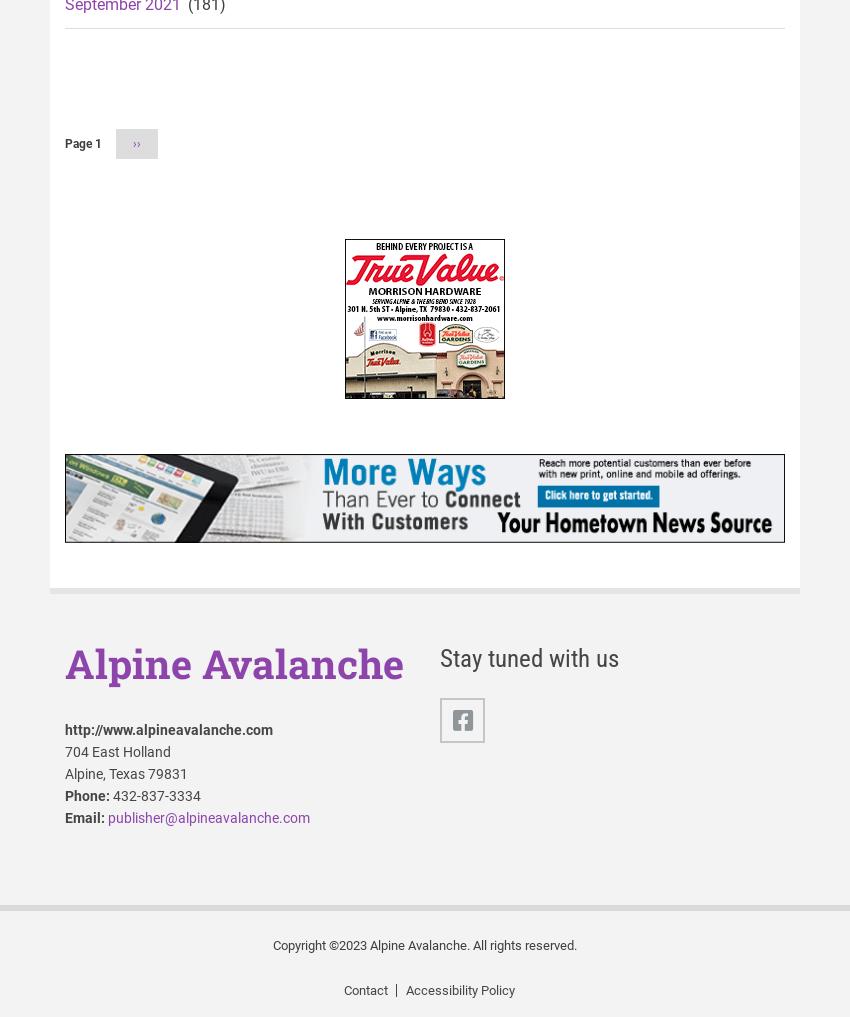  What do you see at coordinates (65, 795) in the screenshot?
I see `'Phone:'` at bounding box center [65, 795].